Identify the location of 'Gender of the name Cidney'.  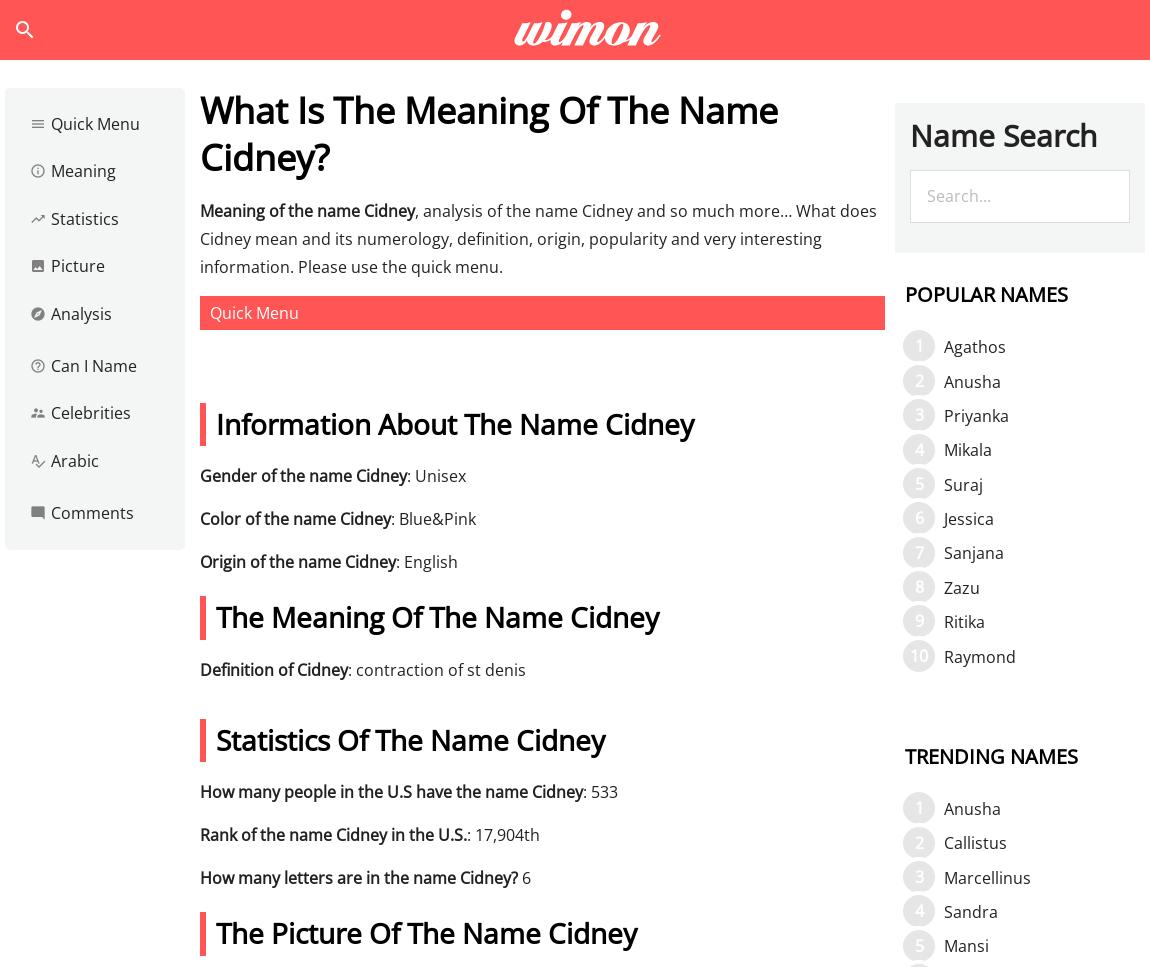
(303, 475).